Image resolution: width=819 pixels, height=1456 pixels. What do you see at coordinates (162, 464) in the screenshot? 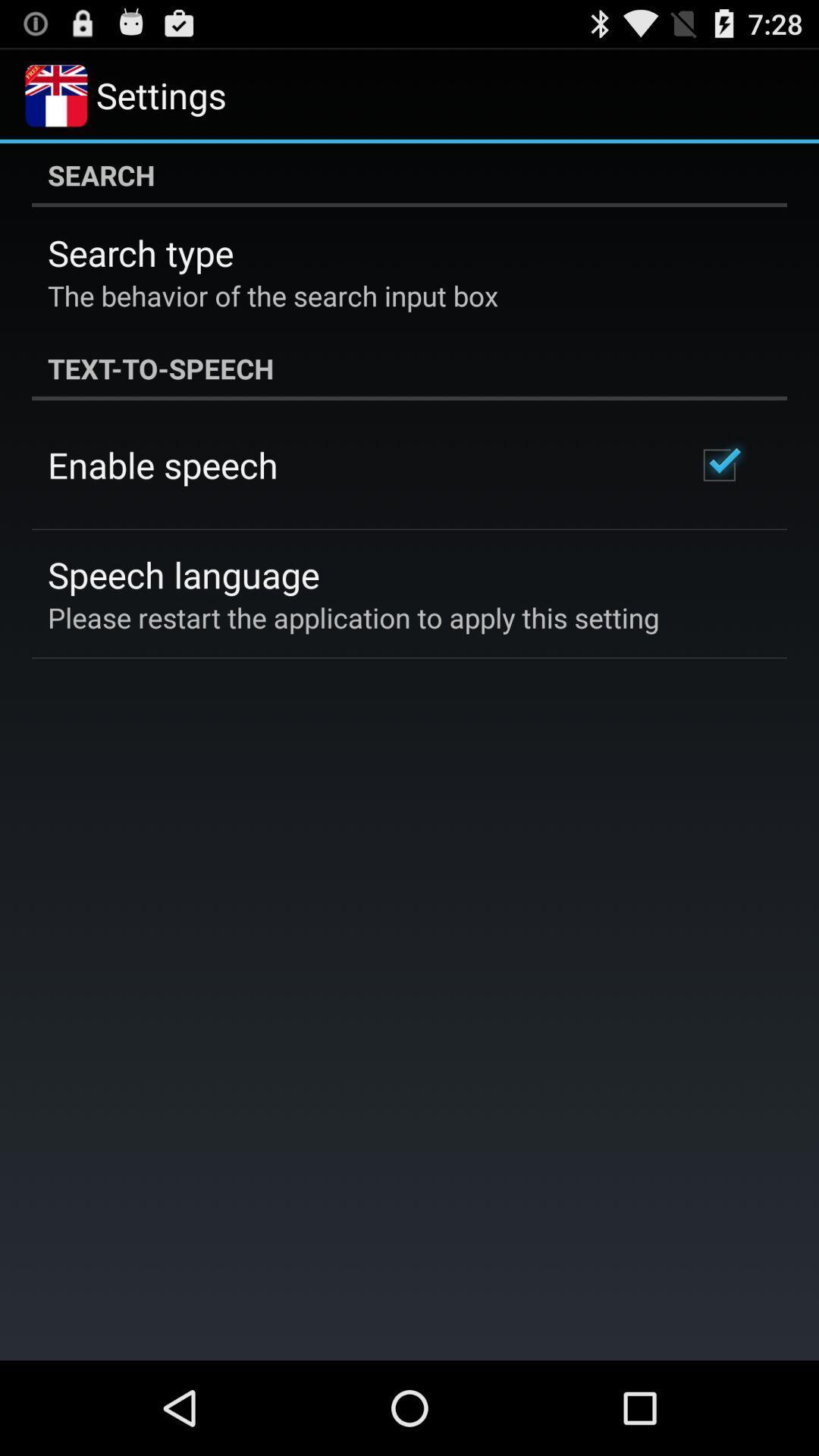
I see `the icon below text-to-speech item` at bounding box center [162, 464].